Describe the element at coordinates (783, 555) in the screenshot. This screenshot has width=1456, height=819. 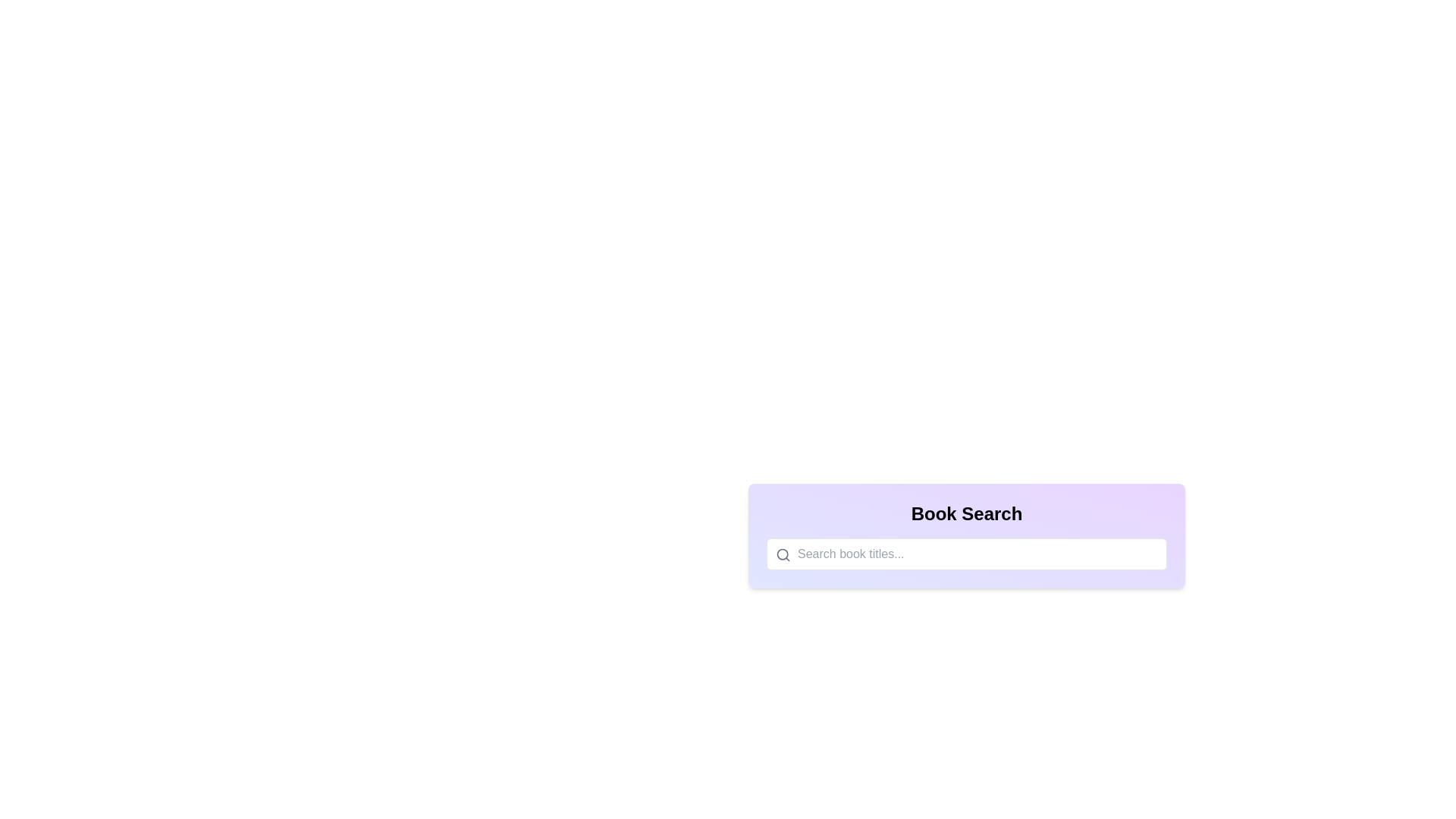
I see `the gray circular search icon located on the left side of the 'Search book titles...' input field to initiate a search action` at that location.